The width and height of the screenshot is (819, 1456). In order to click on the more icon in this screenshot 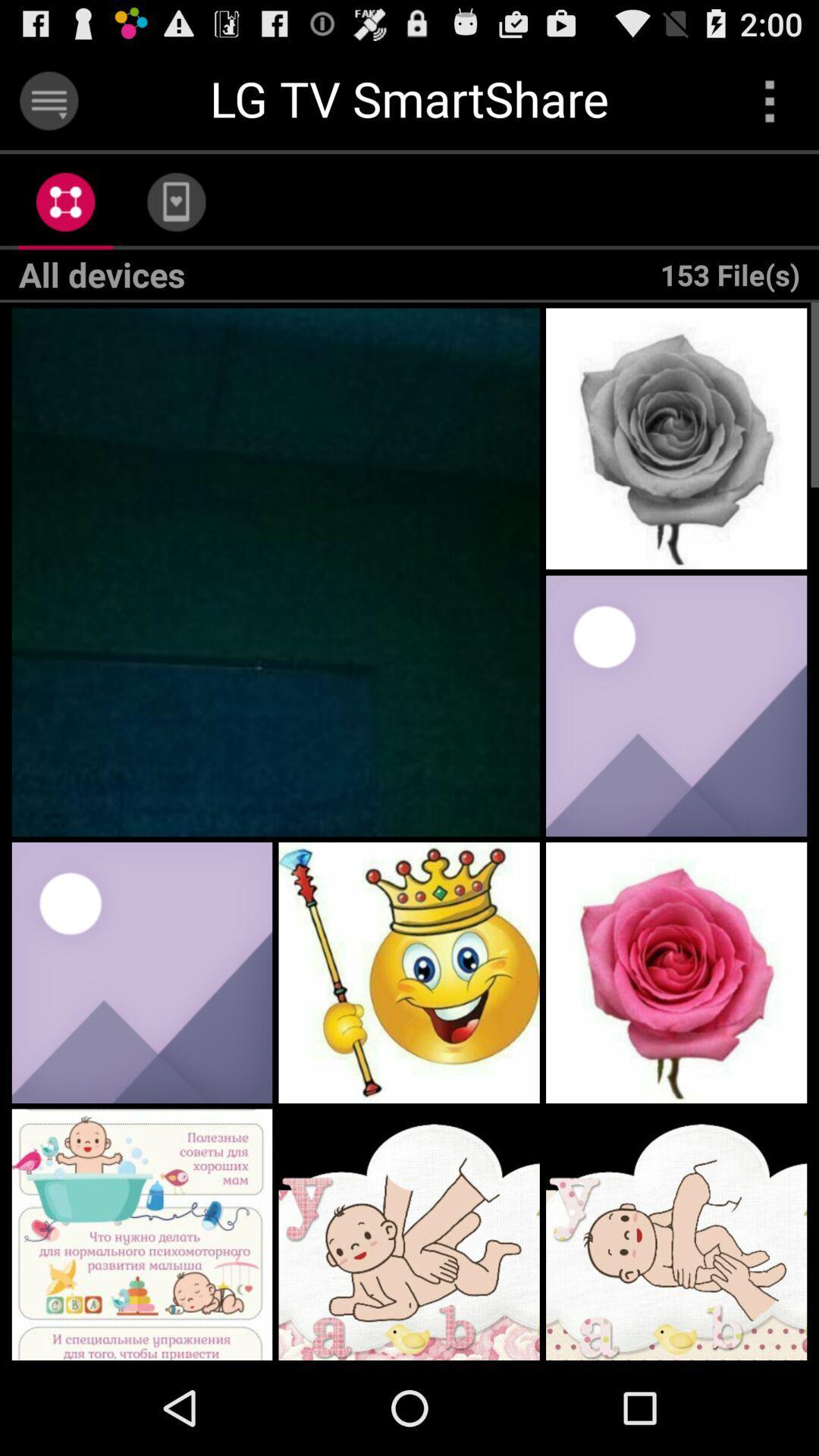, I will do `click(770, 107)`.